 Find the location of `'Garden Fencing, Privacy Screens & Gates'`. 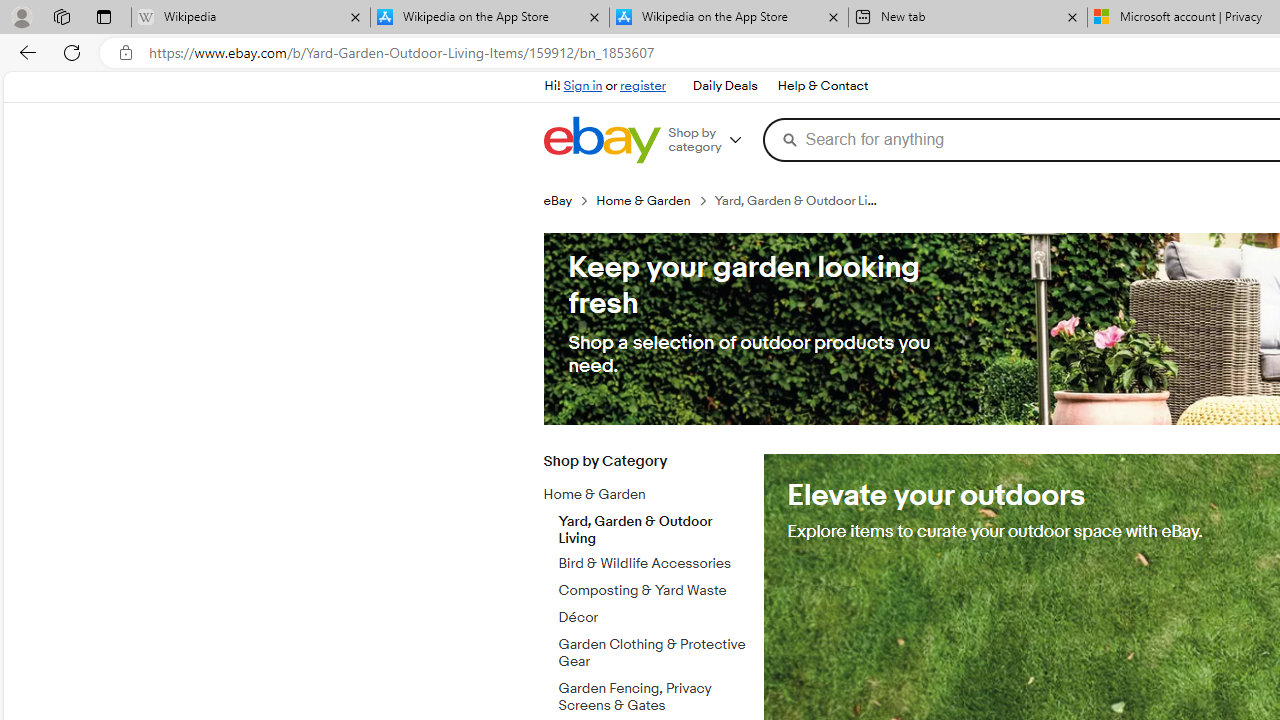

'Garden Fencing, Privacy Screens & Gates' is located at coordinates (653, 692).